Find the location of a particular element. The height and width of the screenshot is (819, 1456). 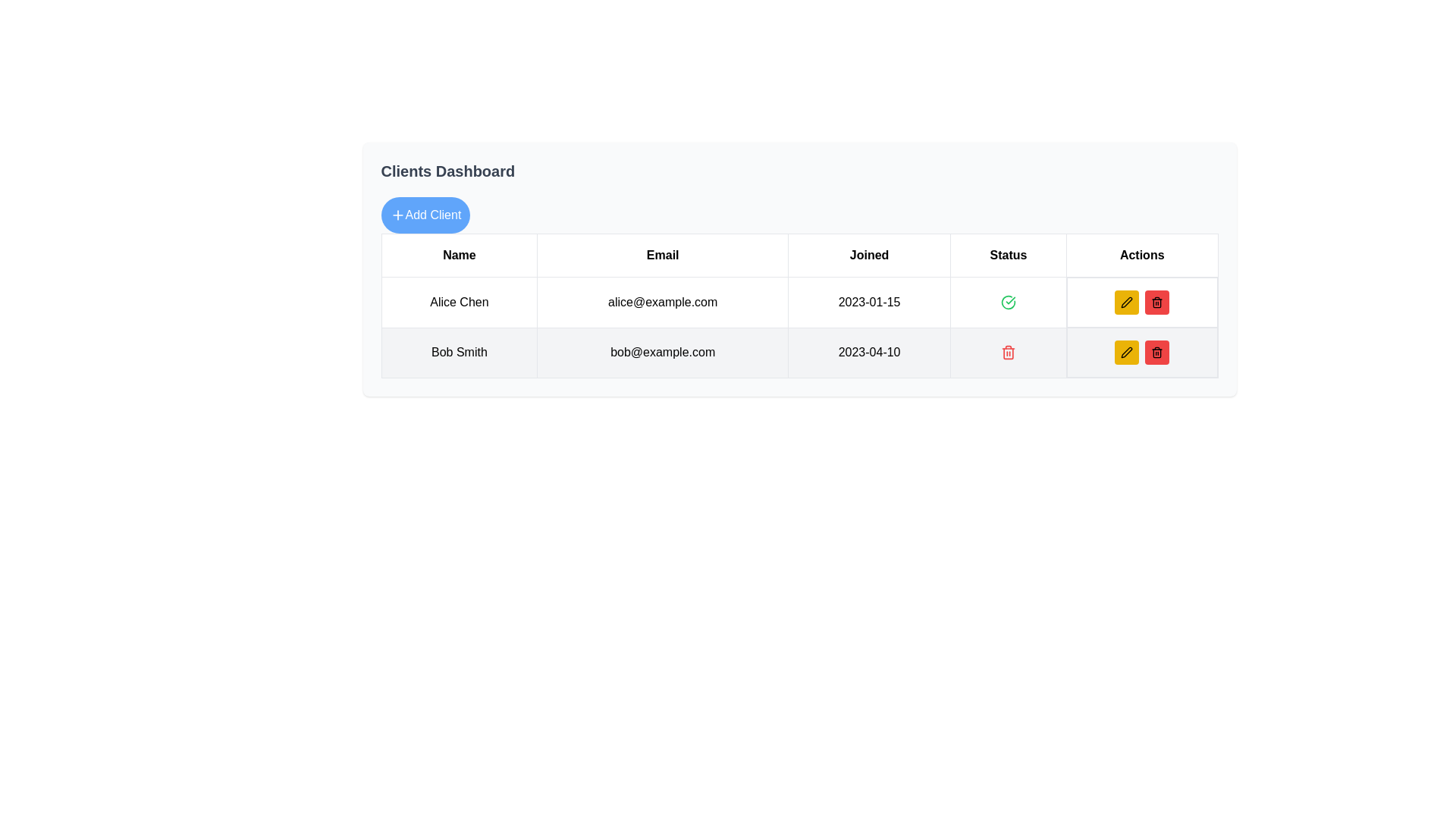

the 'Clients Dashboard' text label, which is styled in bold, large gray font and located above the '+ Add Client' button is located at coordinates (447, 171).